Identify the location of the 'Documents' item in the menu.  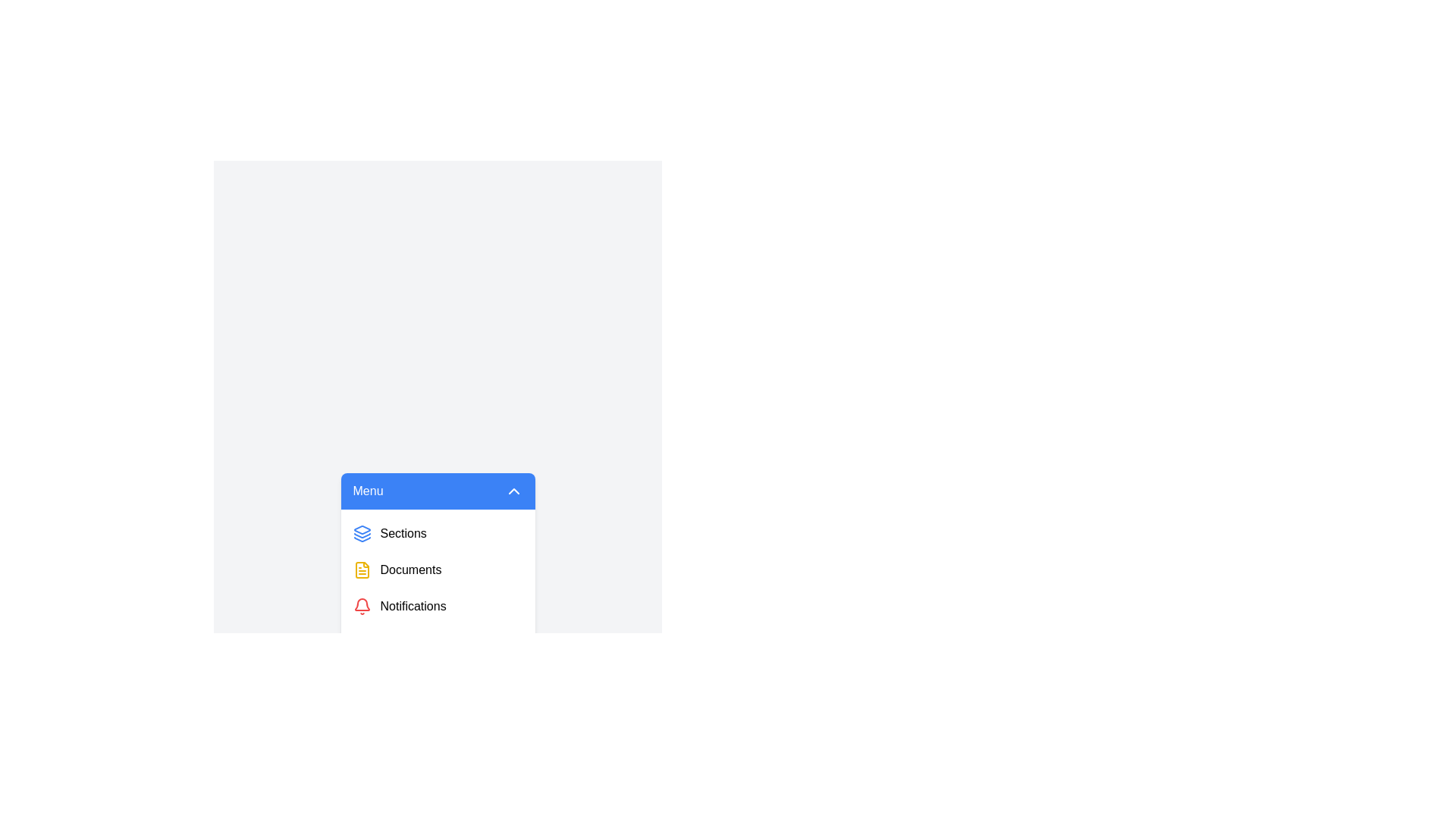
(437, 570).